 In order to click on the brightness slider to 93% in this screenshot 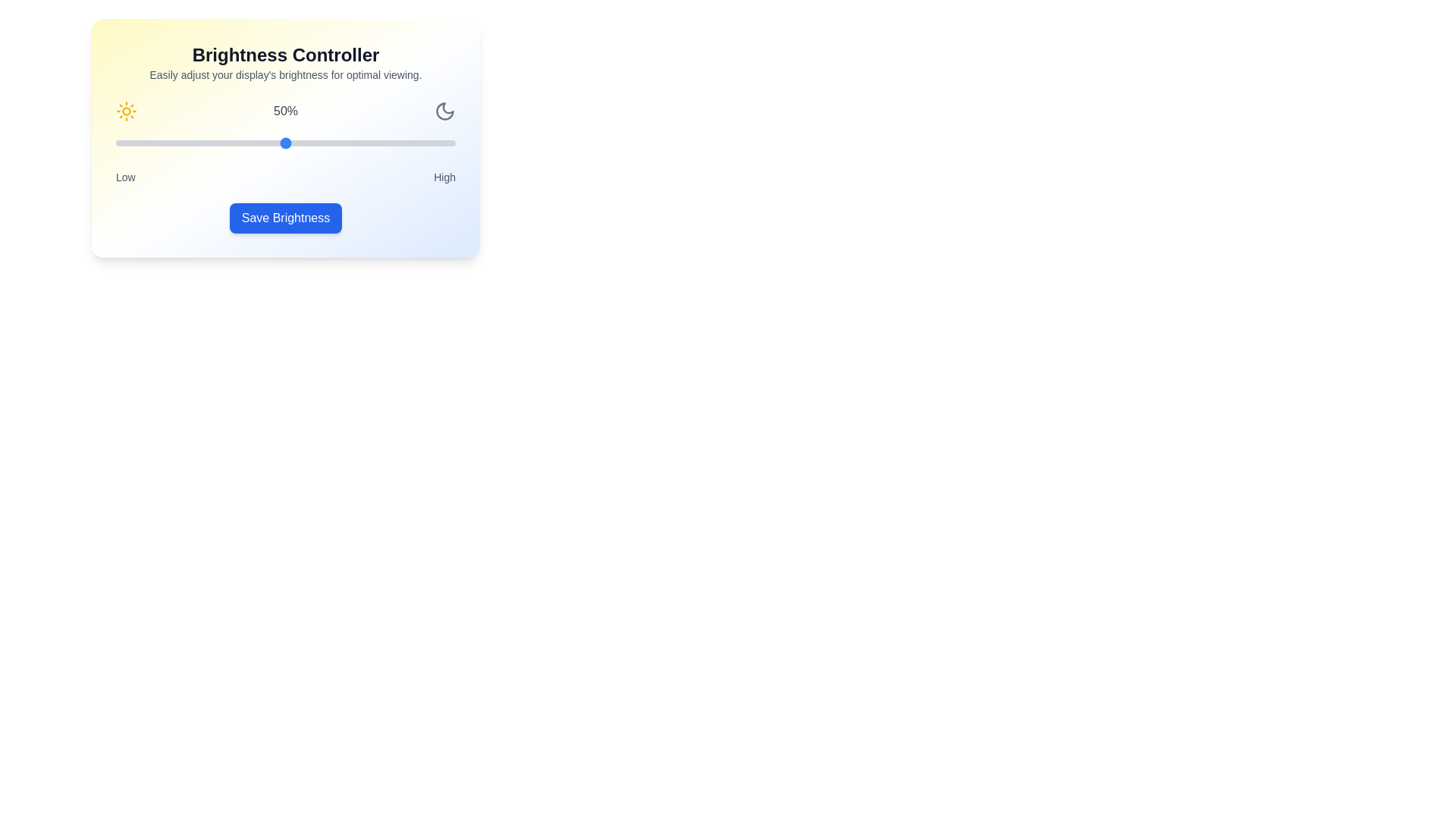, I will do `click(431, 143)`.